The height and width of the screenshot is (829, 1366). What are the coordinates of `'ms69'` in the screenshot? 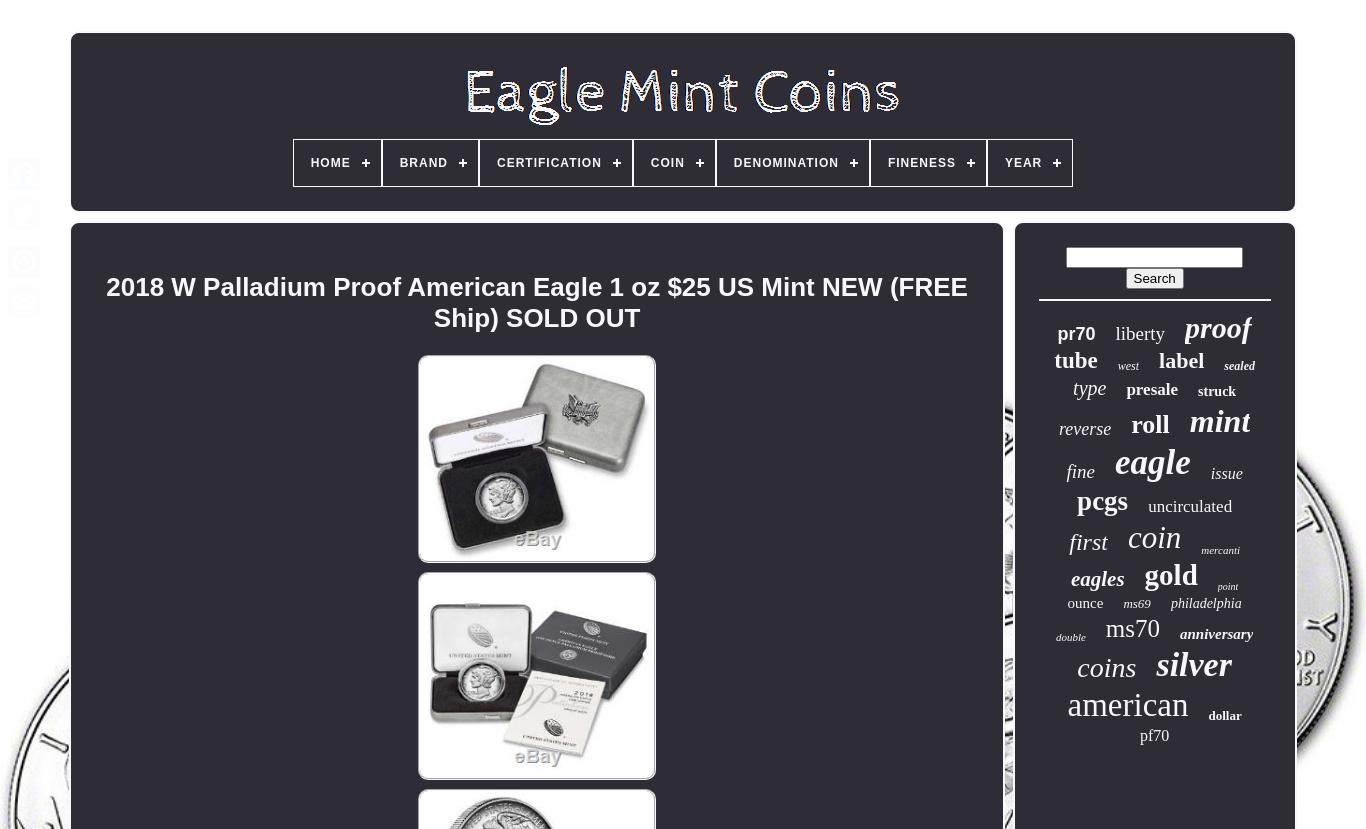 It's located at (1135, 603).